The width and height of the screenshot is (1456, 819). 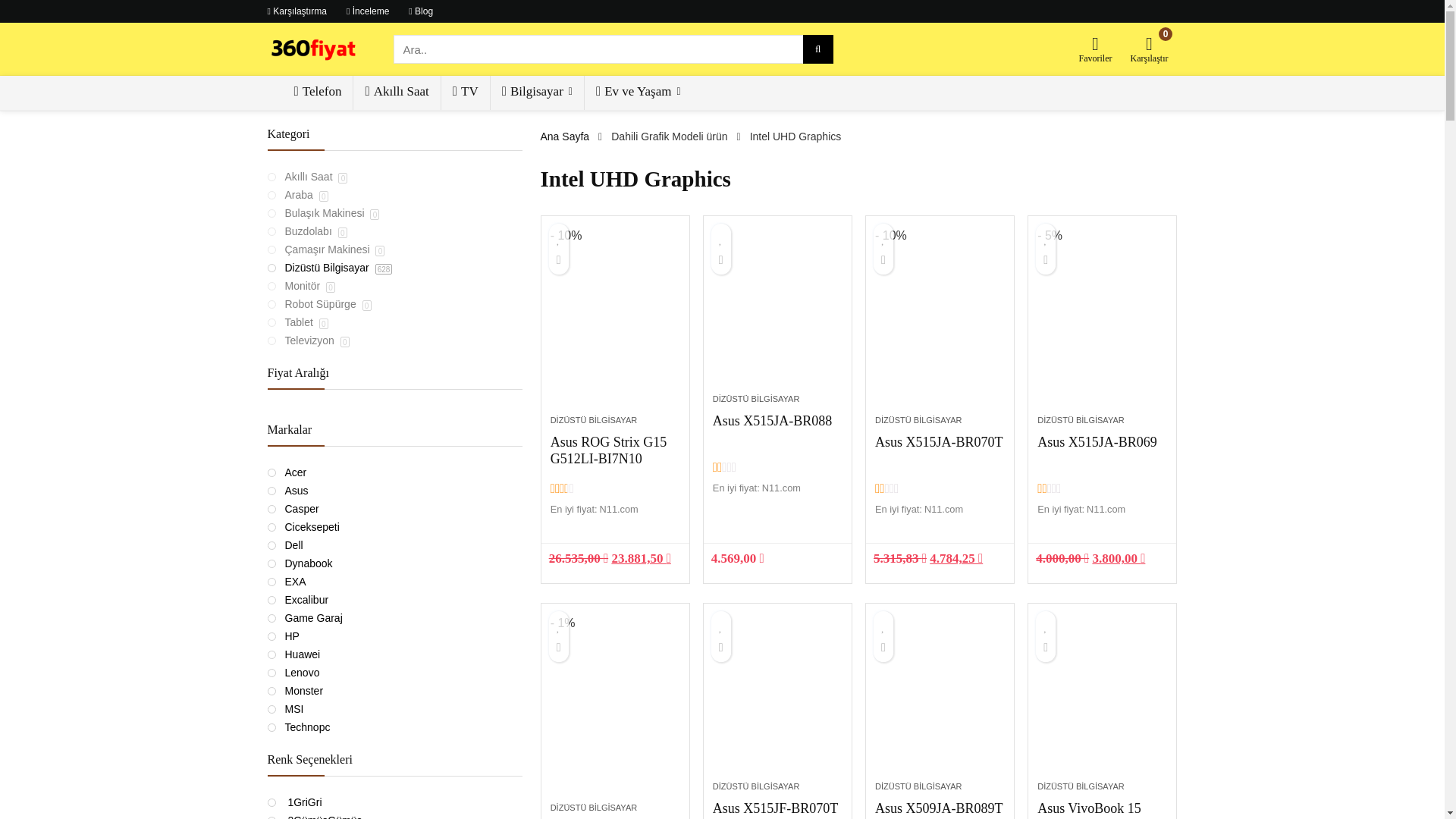 What do you see at coordinates (316, 93) in the screenshot?
I see `'Telefon'` at bounding box center [316, 93].